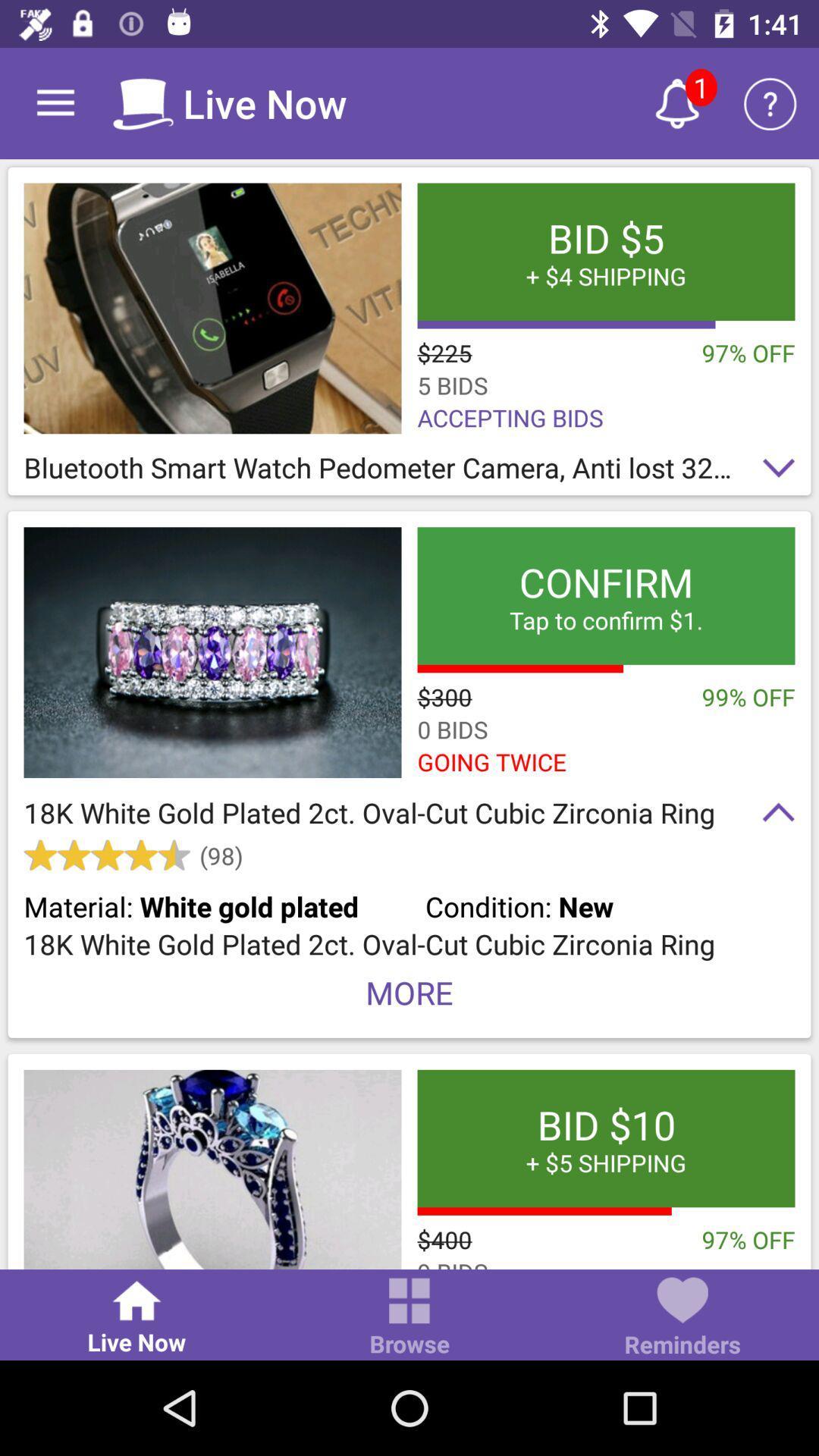 The image size is (819, 1456). Describe the element at coordinates (771, 102) in the screenshot. I see `the item above bid 5 4` at that location.